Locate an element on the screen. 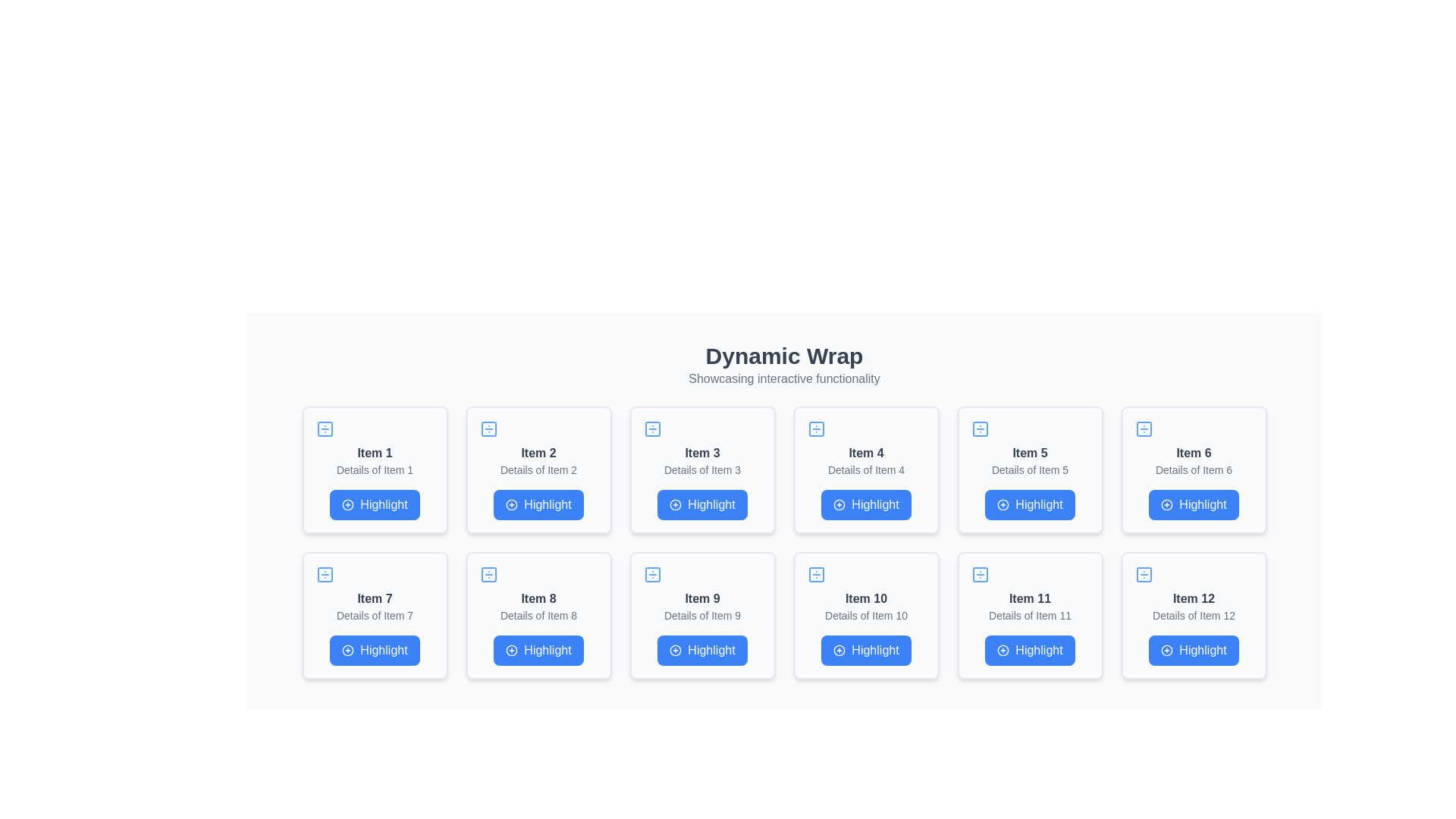 The image size is (1456, 819). the text label displaying 'Details of Item 2', which is located below the bold title 'Item 2' and above the blue-highlighted button labeled 'Highlight' is located at coordinates (538, 469).